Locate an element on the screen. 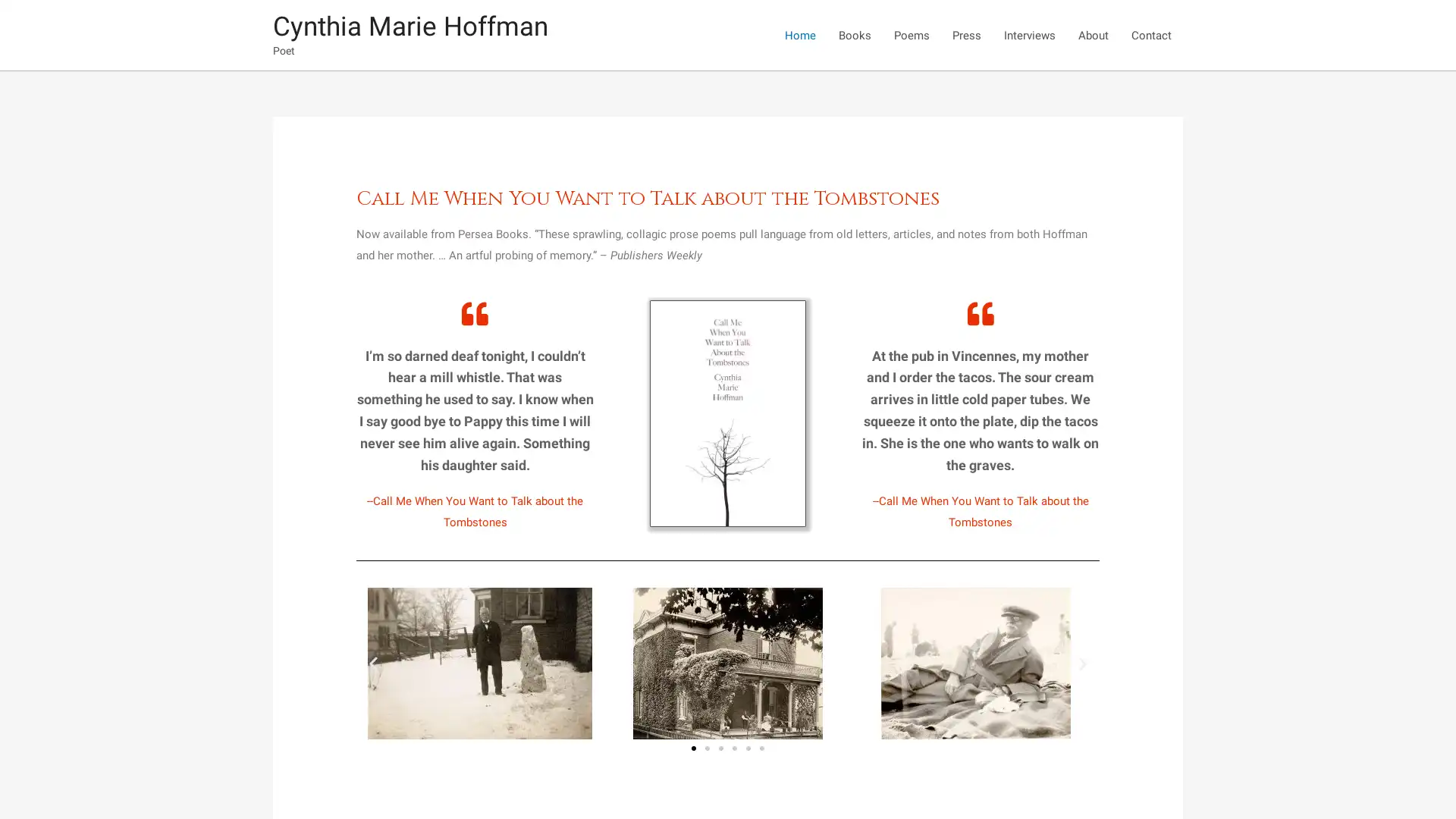  Go to slide 6 is located at coordinates (761, 748).